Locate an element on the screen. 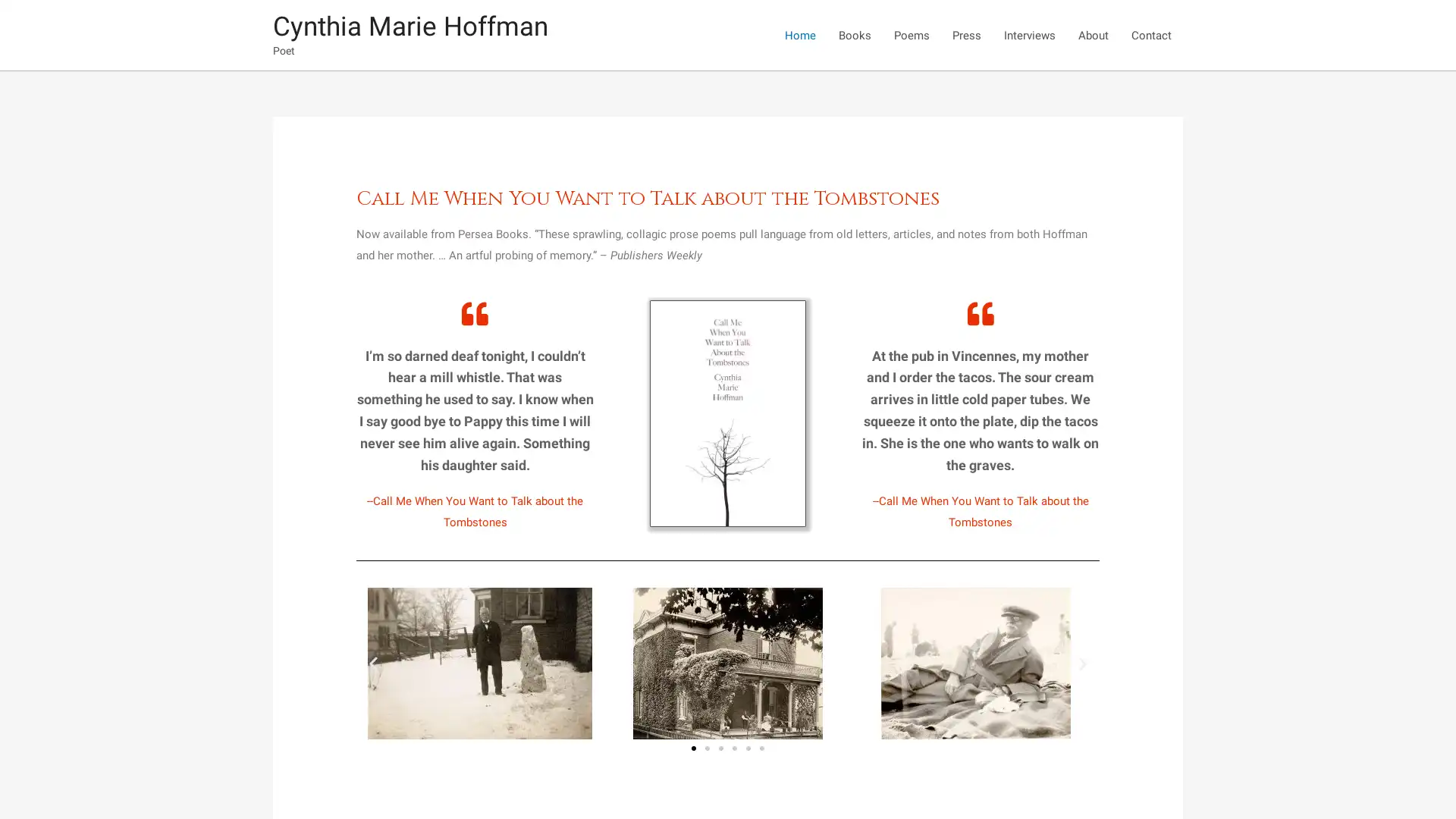  Go to slide 6 is located at coordinates (761, 748).